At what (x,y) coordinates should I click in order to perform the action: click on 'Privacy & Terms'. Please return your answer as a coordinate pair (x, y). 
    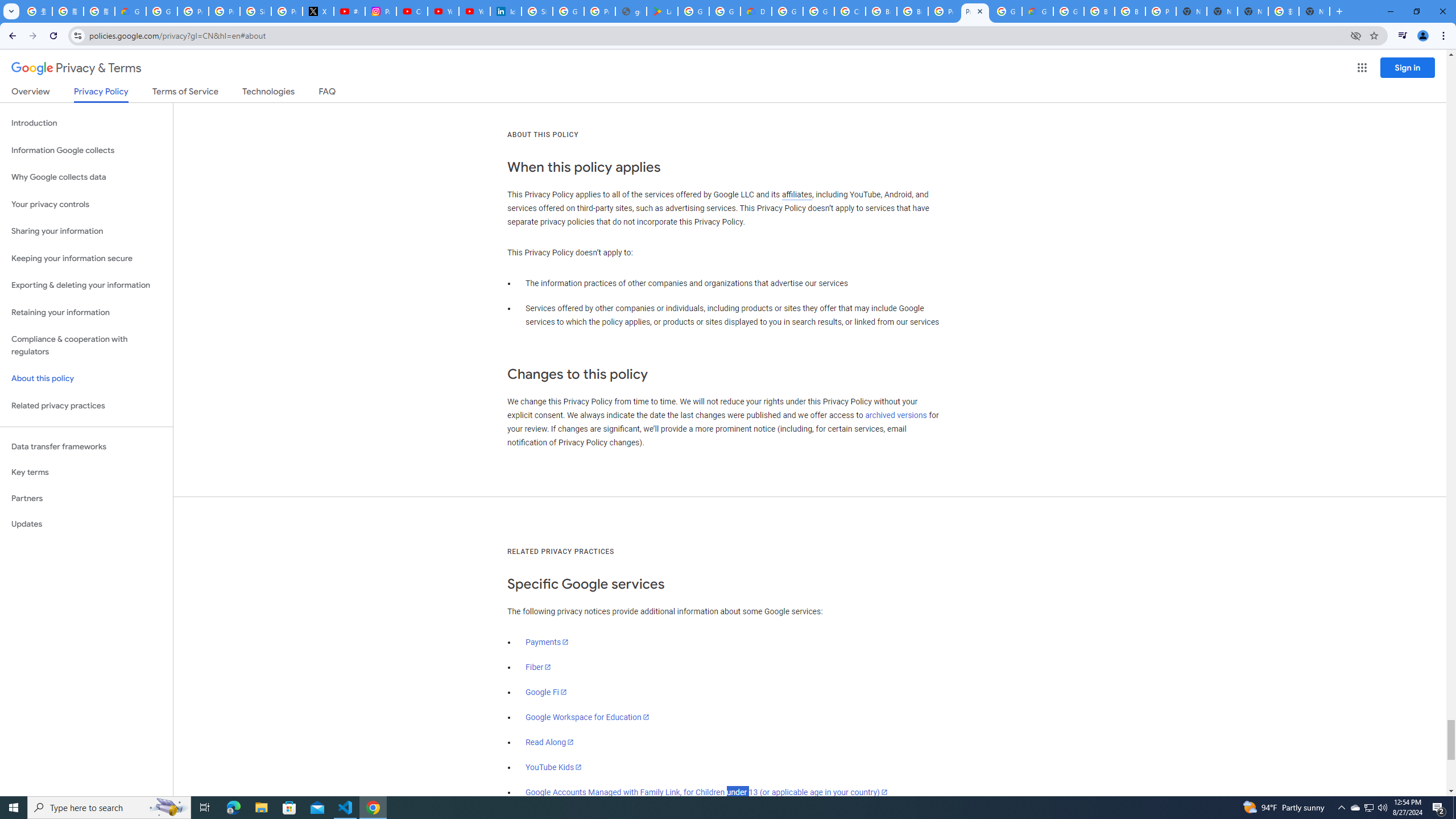
    Looking at the image, I should click on (76, 68).